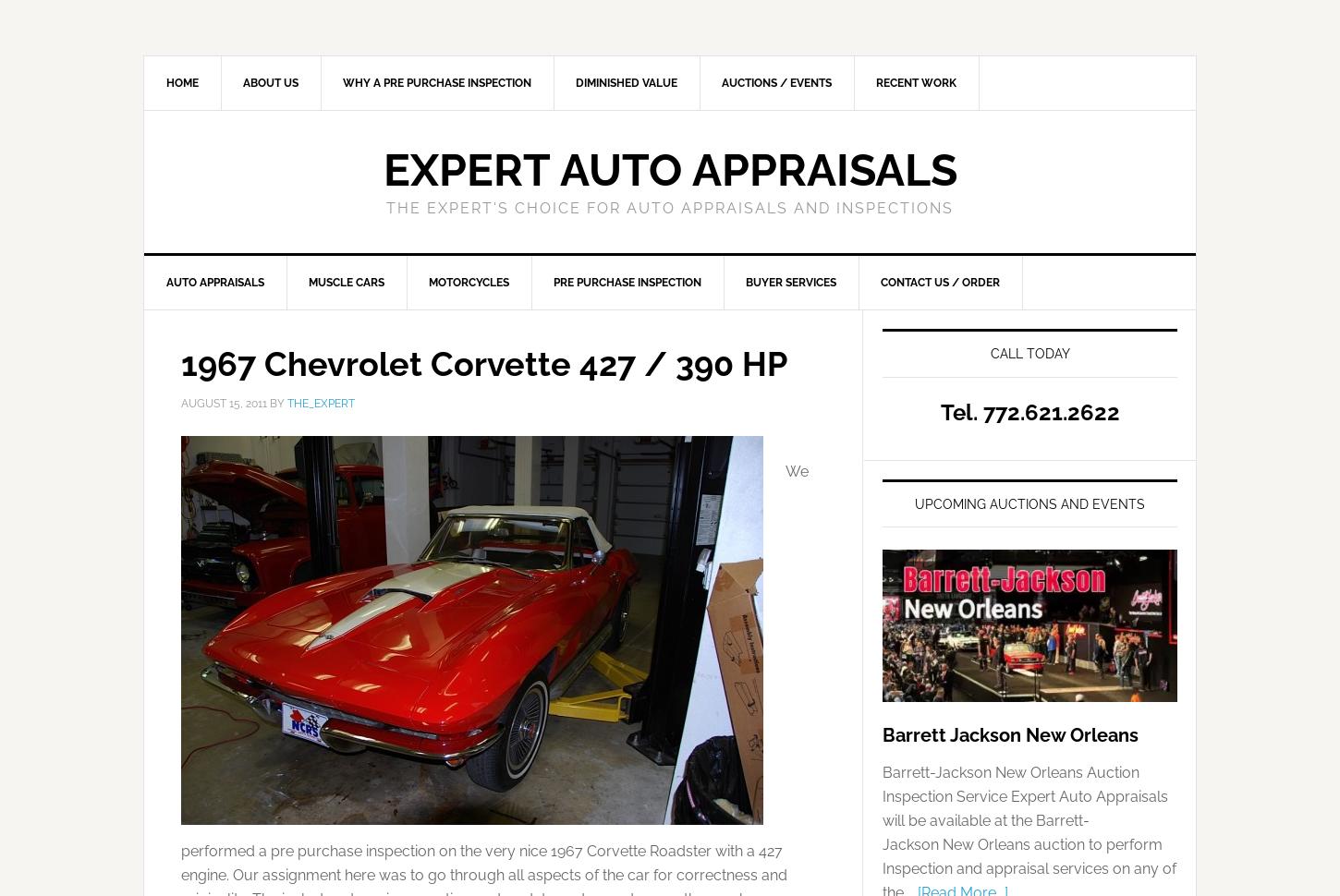  I want to click on 'Auto Appraisals', so click(164, 283).